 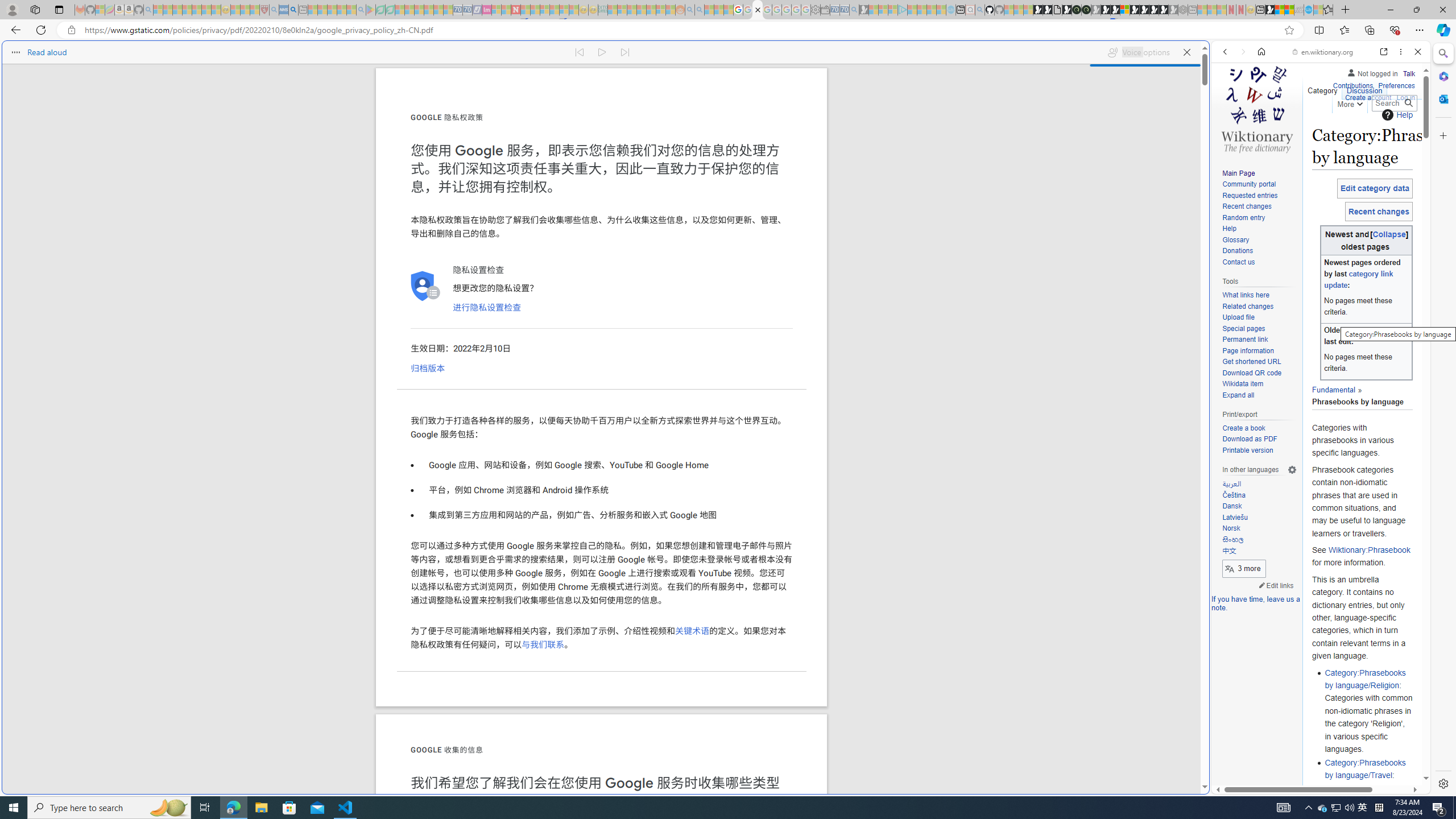 What do you see at coordinates (1259, 383) in the screenshot?
I see `'Wikidata item'` at bounding box center [1259, 383].